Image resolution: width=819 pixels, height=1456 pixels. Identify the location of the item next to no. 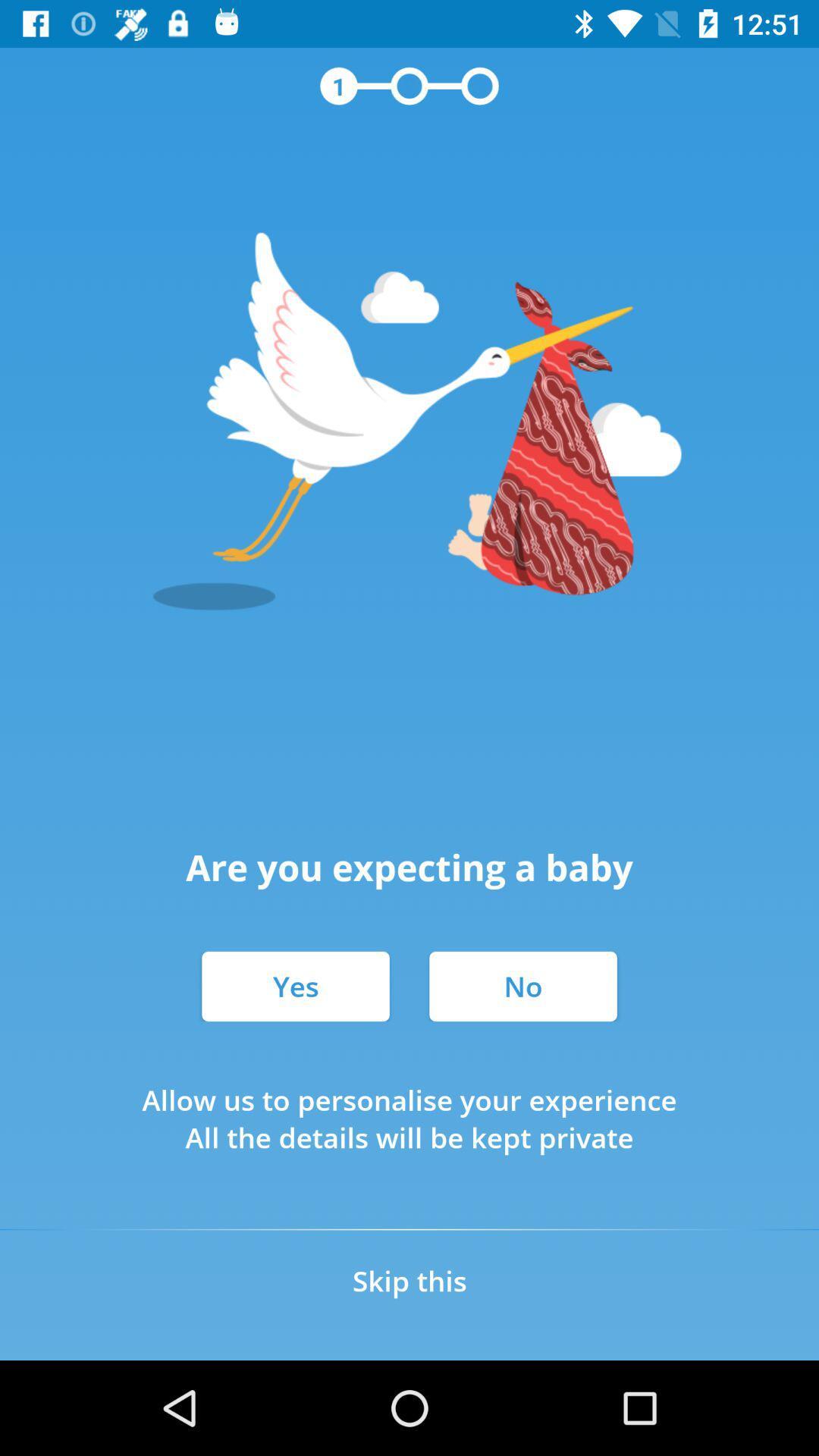
(295, 986).